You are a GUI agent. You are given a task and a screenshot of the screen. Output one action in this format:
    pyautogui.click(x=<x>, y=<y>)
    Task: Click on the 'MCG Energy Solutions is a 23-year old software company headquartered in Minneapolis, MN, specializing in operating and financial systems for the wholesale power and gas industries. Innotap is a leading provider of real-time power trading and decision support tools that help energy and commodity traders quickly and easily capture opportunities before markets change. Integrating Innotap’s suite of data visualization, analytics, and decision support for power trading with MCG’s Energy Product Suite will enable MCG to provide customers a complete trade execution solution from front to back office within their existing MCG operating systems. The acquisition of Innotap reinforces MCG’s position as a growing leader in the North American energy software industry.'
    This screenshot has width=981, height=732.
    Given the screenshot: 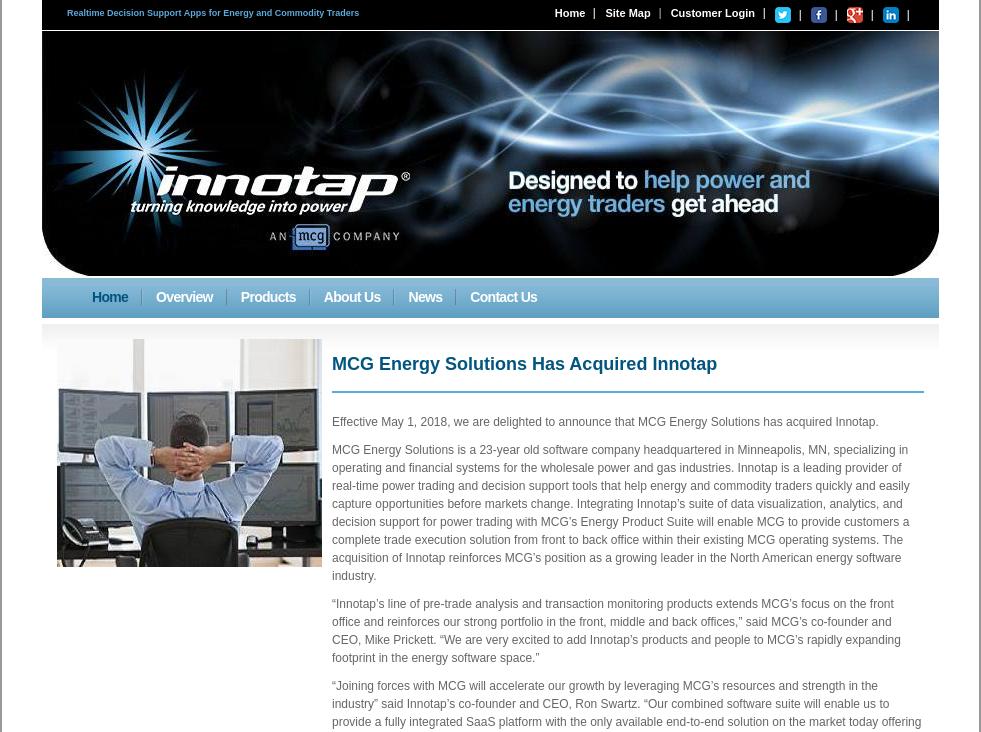 What is the action you would take?
    pyautogui.click(x=620, y=512)
    